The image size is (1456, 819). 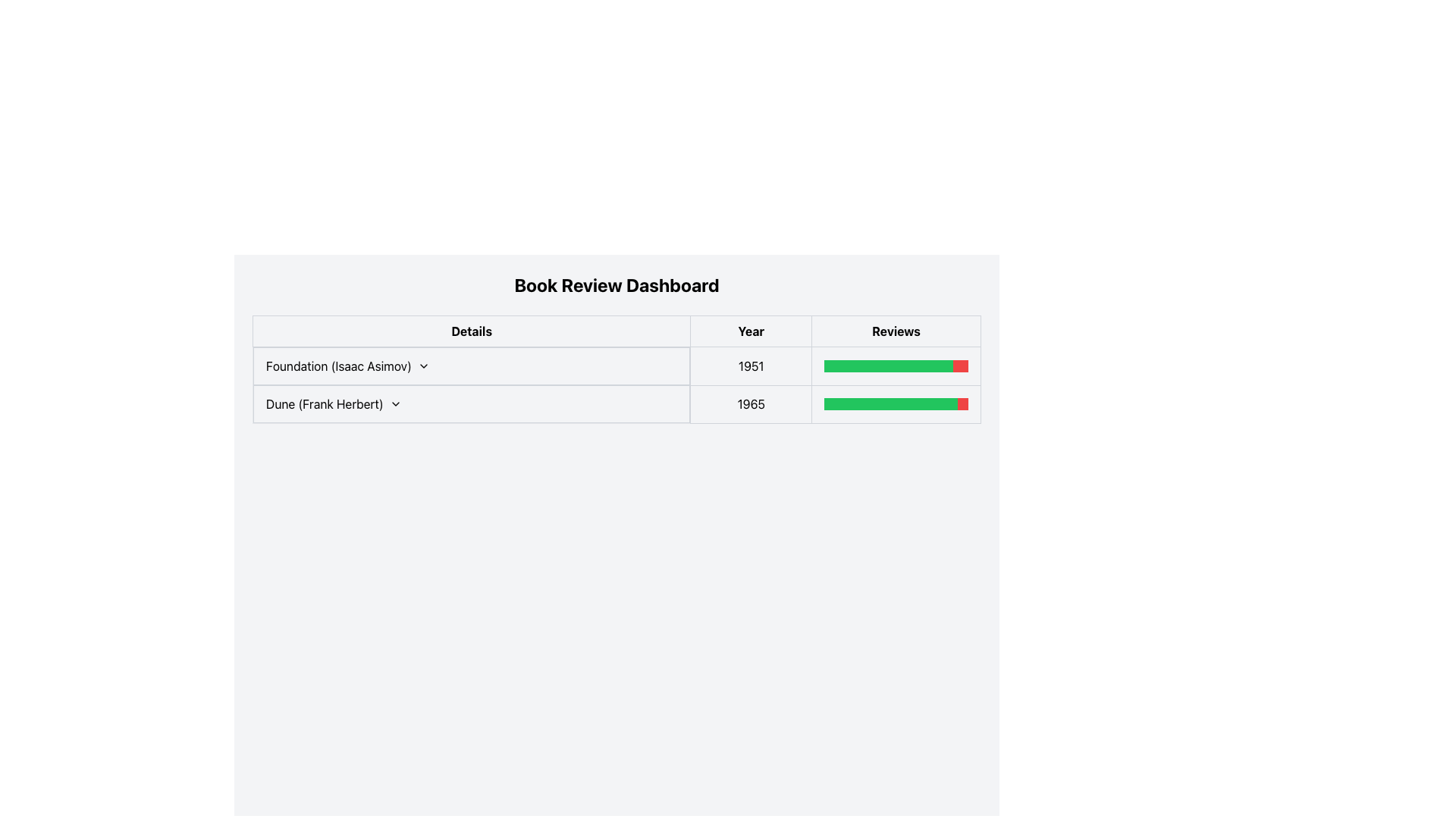 I want to click on the drop-down icon on the right side of the 'Details' column in the second row titled 'Dune (Frank Herbert)', so click(x=395, y=403).